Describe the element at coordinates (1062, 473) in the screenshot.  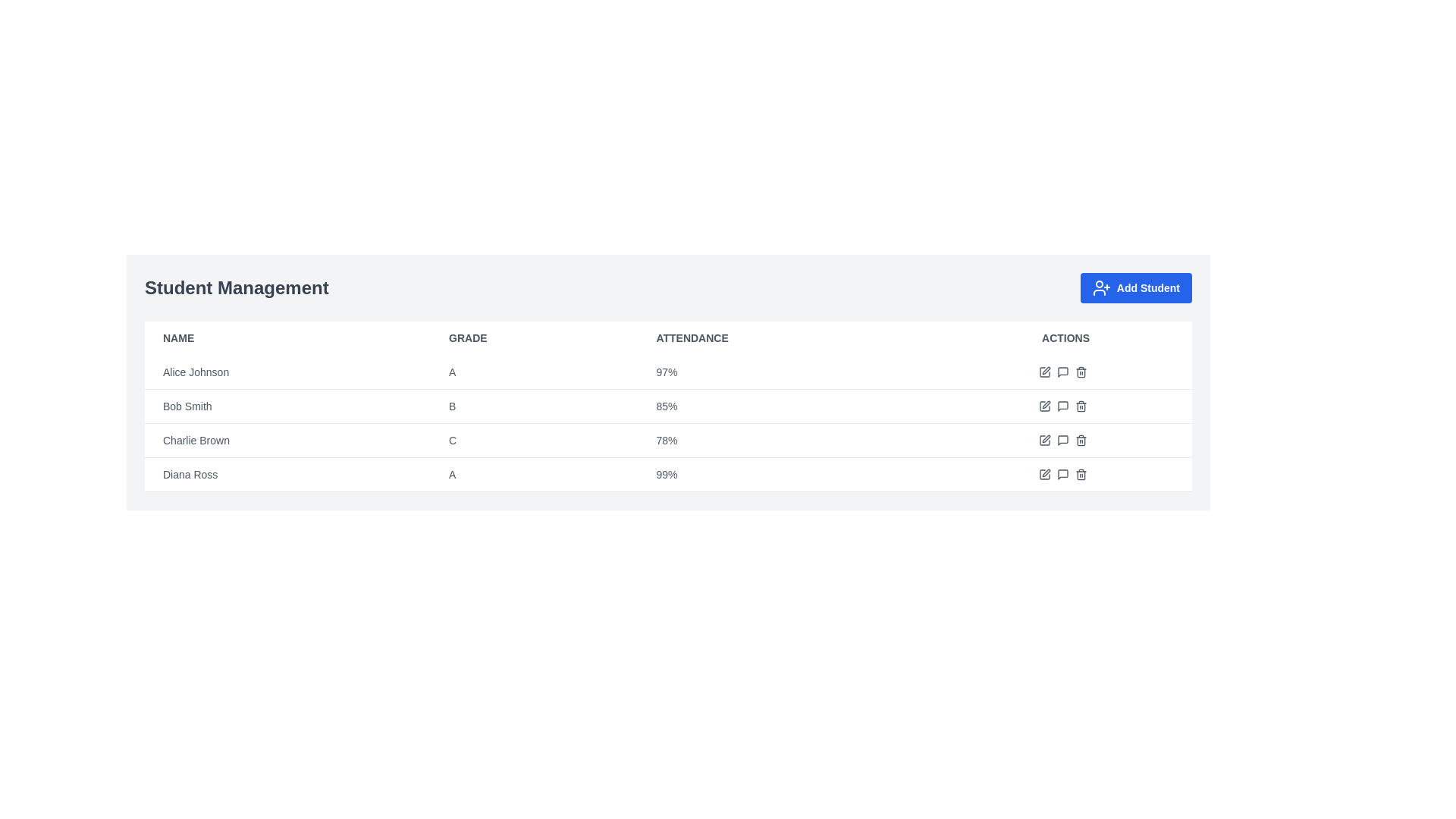
I see `the speech bubble icon in the last row of the table under the 'Actions' column` at that location.